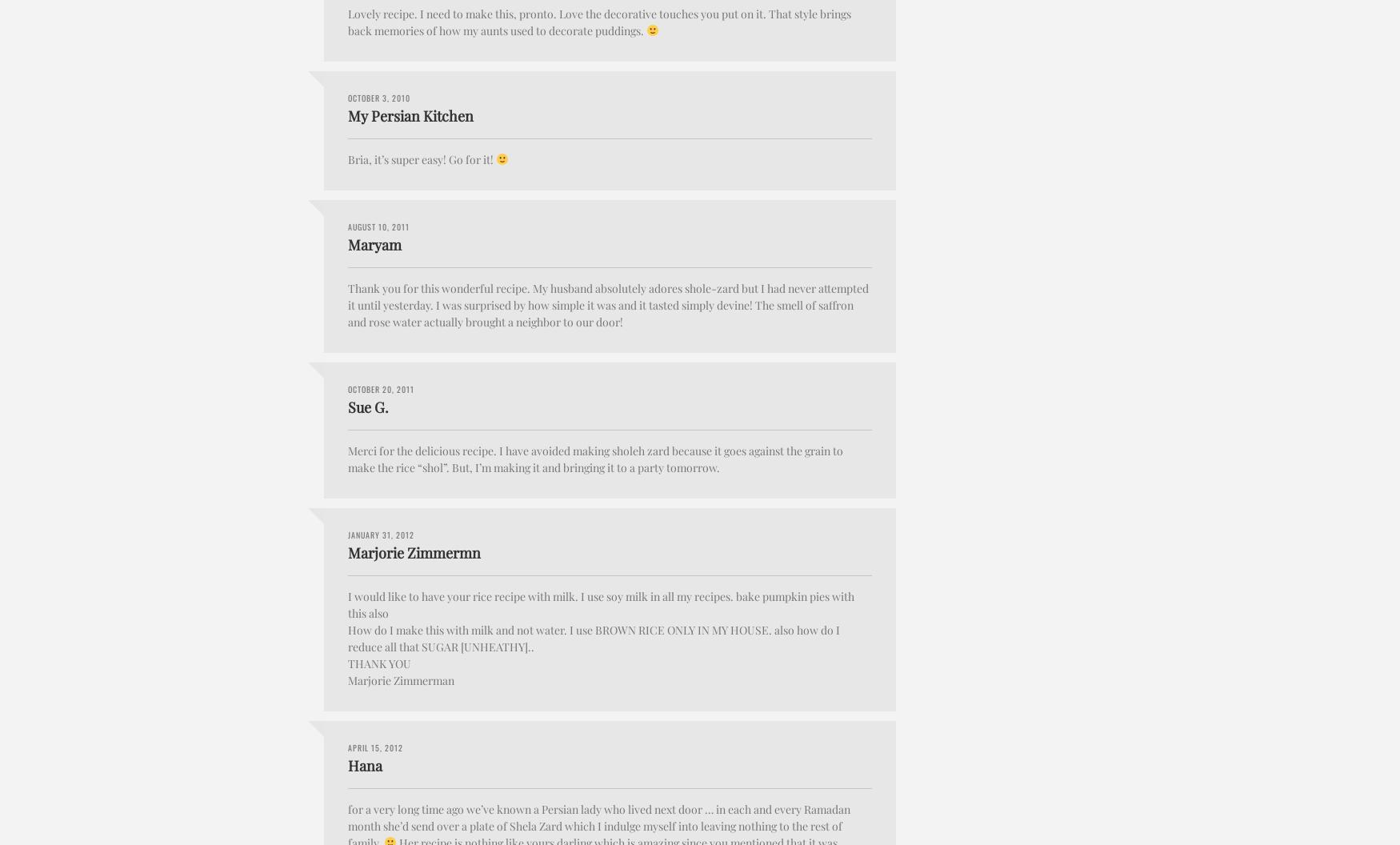 This screenshot has width=1400, height=845. Describe the element at coordinates (379, 96) in the screenshot. I see `'October 3, 2010'` at that location.